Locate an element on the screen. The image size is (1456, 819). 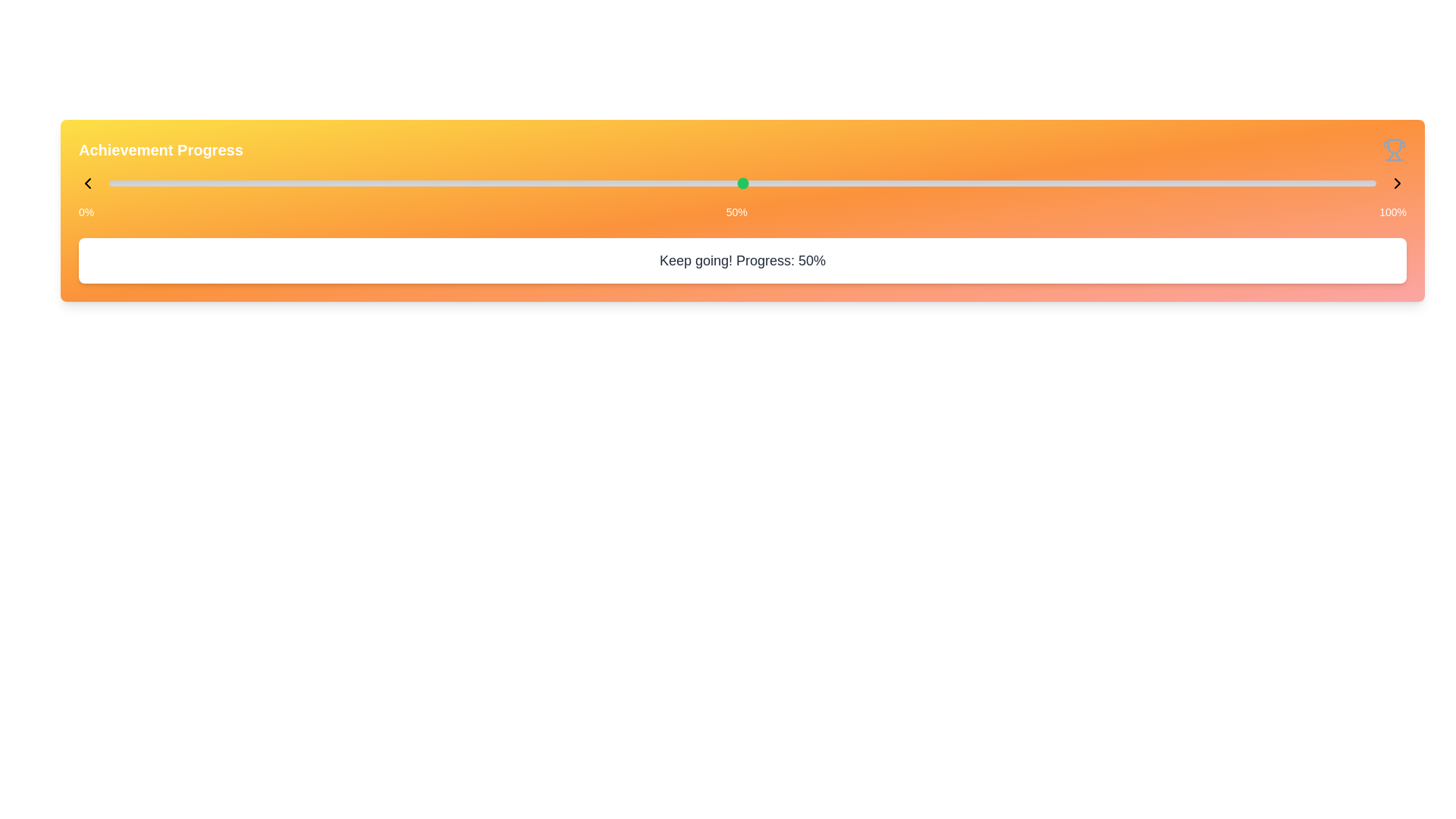
the notification-like text box that displays 'Keep going! Progress: 50%' and is centered below the progress bar is located at coordinates (742, 259).